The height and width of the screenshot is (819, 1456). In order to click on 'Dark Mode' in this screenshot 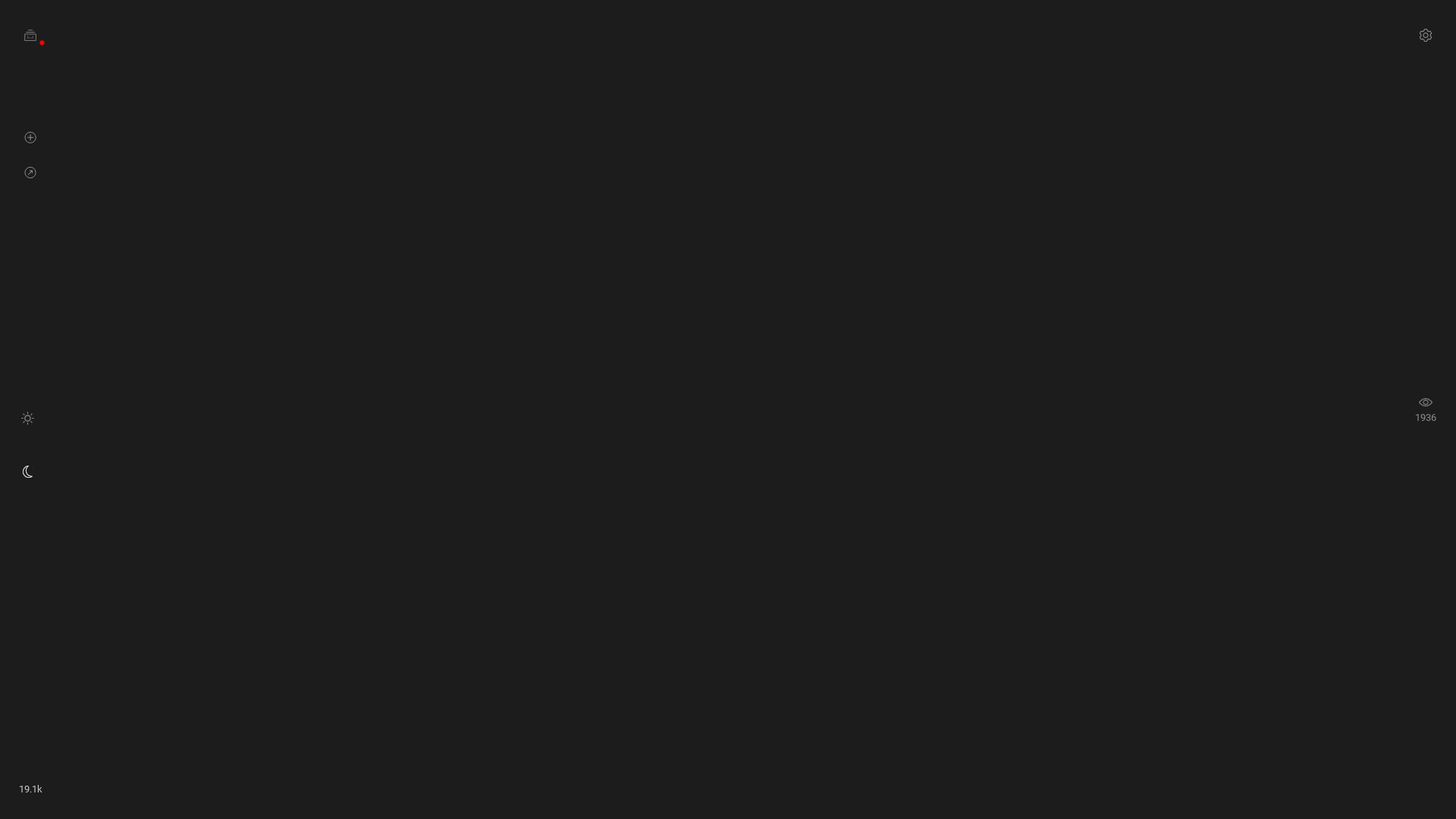, I will do `click(21, 470)`.